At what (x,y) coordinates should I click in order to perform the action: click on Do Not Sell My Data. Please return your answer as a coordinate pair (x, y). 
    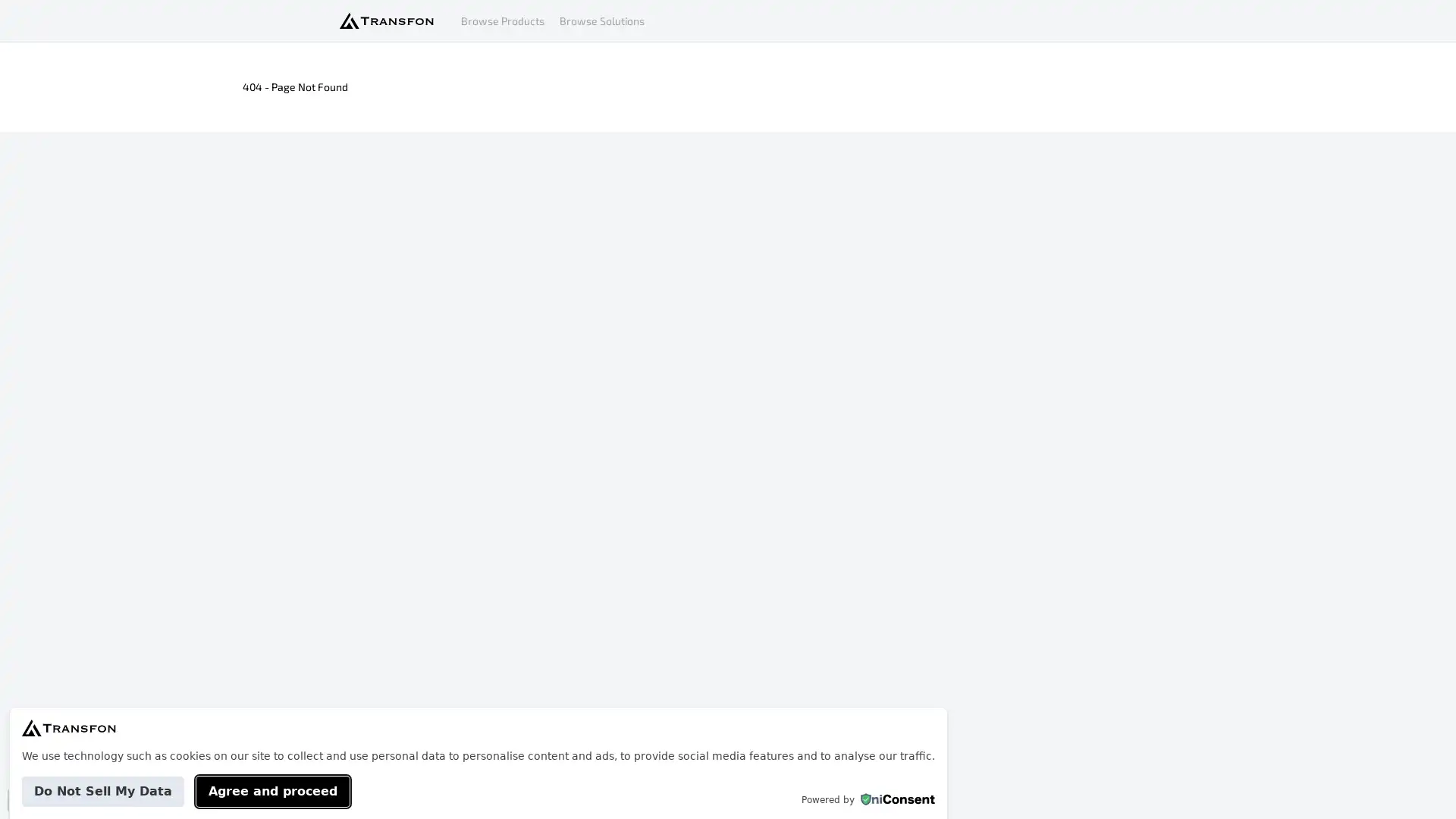
    Looking at the image, I should click on (102, 791).